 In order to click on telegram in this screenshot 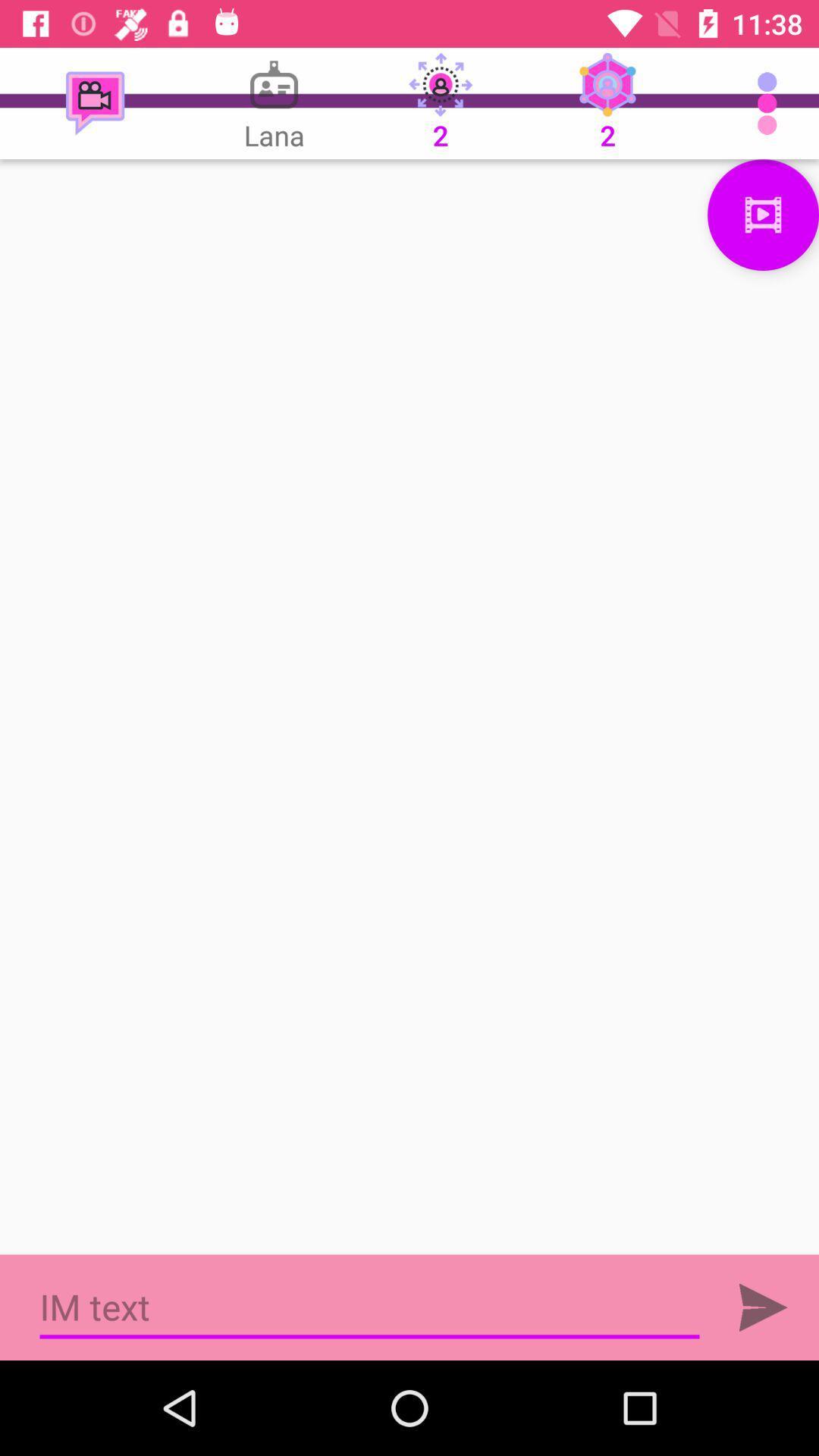, I will do `click(763, 1307)`.